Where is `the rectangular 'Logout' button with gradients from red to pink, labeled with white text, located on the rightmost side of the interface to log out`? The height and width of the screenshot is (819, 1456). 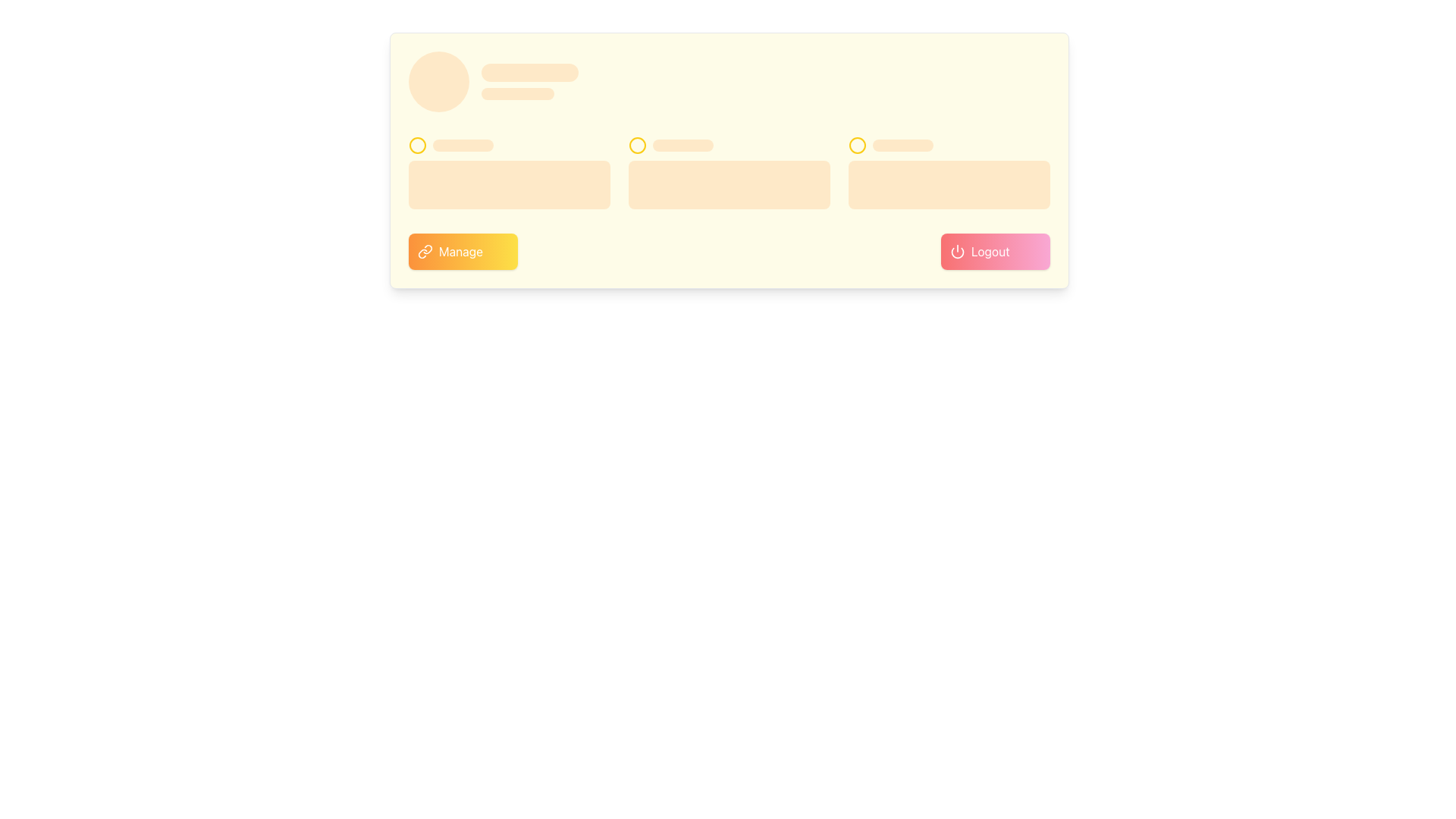 the rectangular 'Logout' button with gradients from red to pink, labeled with white text, located on the rightmost side of the interface to log out is located at coordinates (996, 250).